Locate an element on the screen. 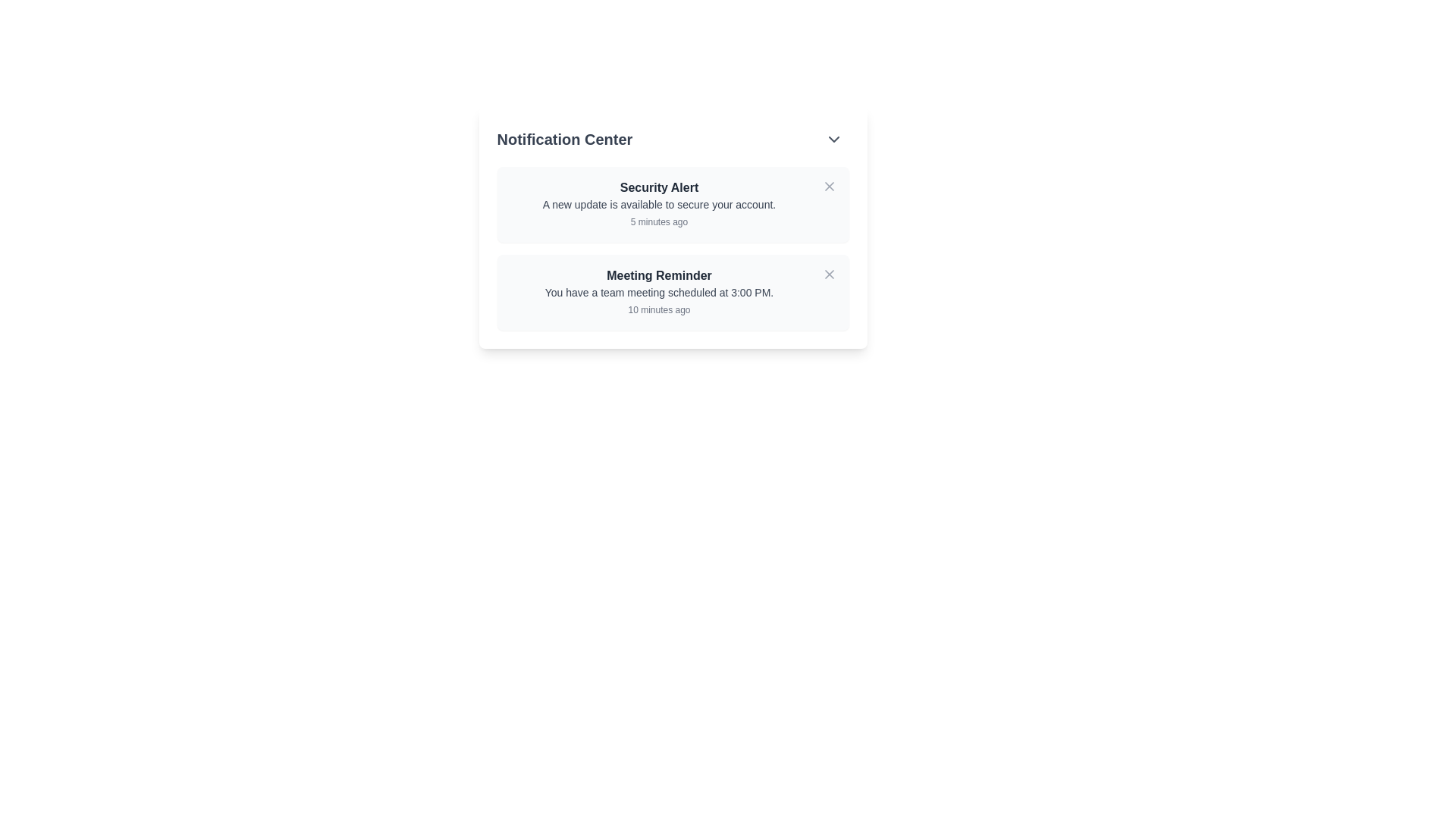 The width and height of the screenshot is (1456, 819). the bold and large text label displaying 'Notification Center' located at the top left section of its interface group is located at coordinates (563, 140).